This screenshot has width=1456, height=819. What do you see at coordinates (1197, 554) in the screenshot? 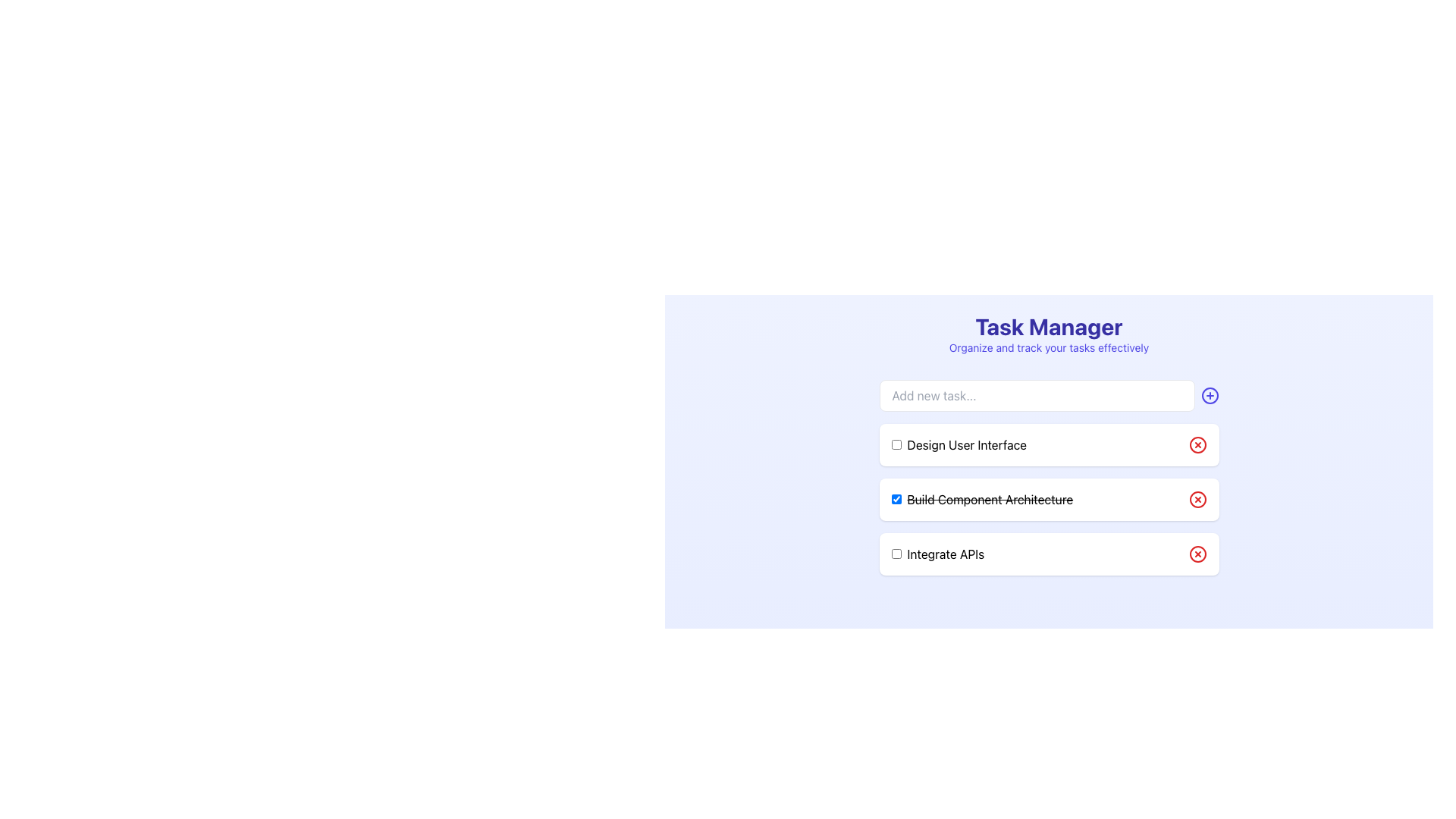
I see `the red circular SVG element that is part of the 'delete task' icon for the third task in the list` at bounding box center [1197, 554].